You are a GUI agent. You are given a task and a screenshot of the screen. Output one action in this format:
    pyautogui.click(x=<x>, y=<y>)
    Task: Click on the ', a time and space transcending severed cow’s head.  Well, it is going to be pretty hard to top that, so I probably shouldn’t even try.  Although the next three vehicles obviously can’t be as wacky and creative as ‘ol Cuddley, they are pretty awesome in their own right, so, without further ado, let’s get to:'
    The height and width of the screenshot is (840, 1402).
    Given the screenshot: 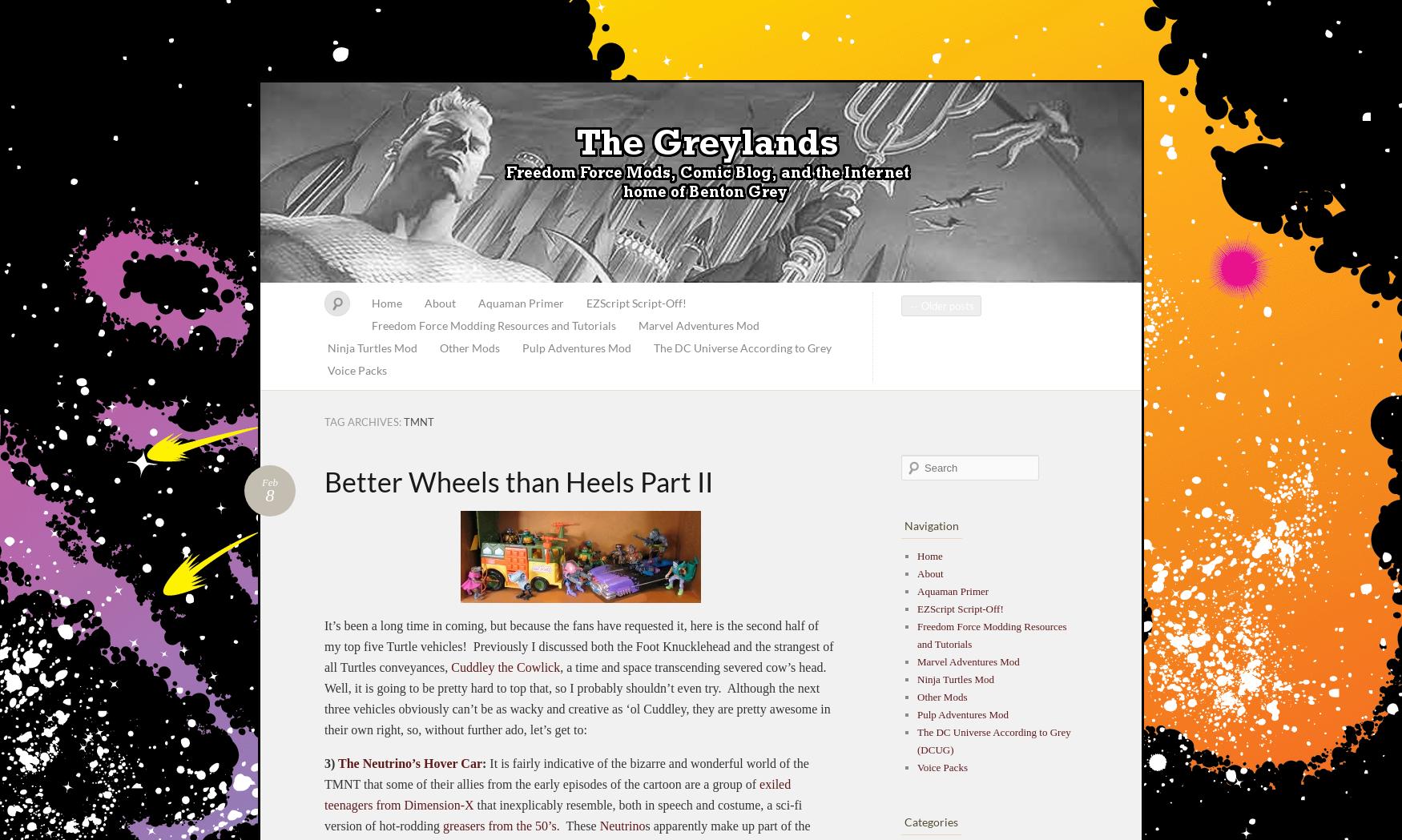 What is the action you would take?
    pyautogui.click(x=577, y=697)
    